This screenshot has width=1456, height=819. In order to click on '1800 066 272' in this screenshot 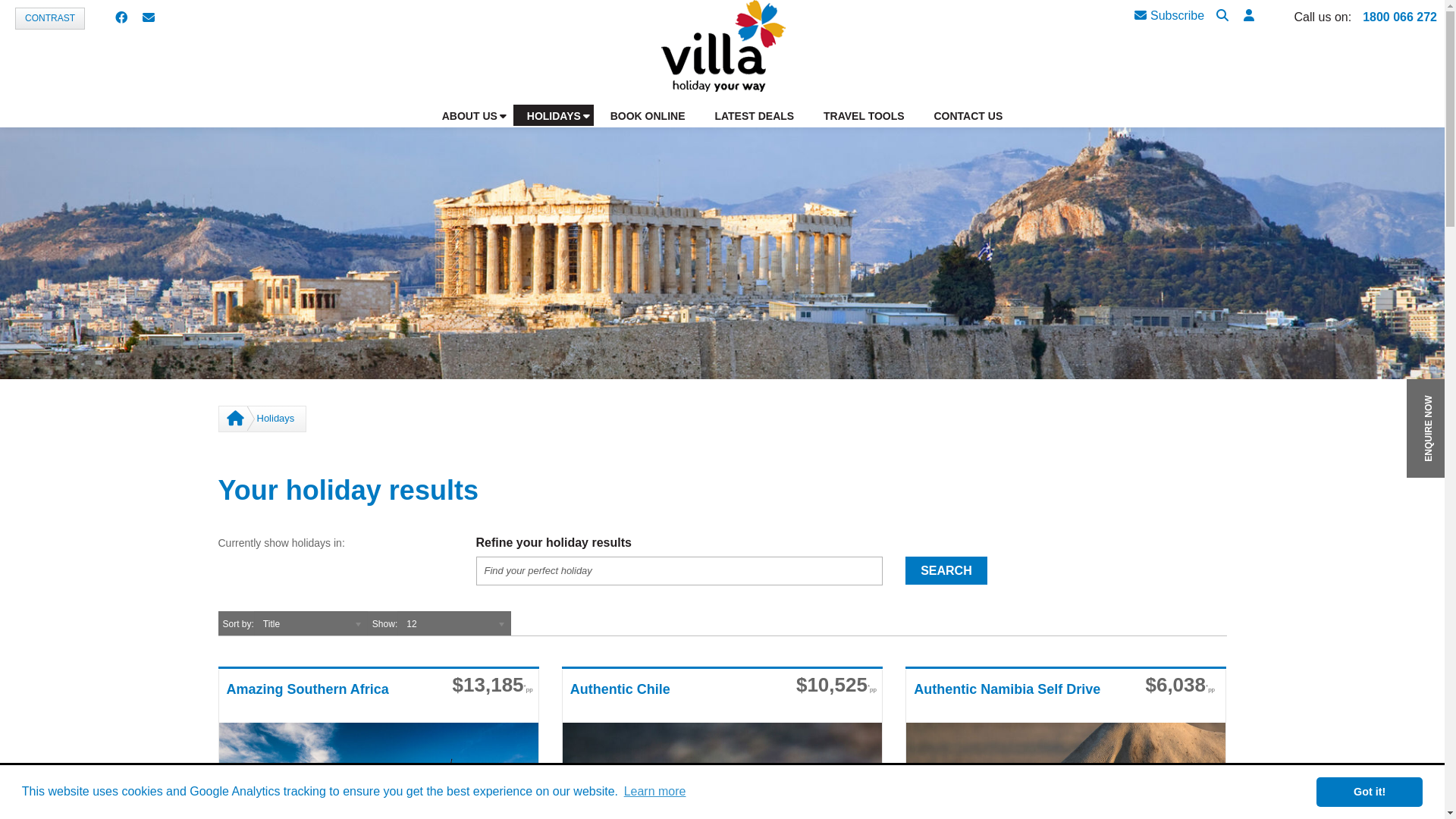, I will do `click(1399, 17)`.